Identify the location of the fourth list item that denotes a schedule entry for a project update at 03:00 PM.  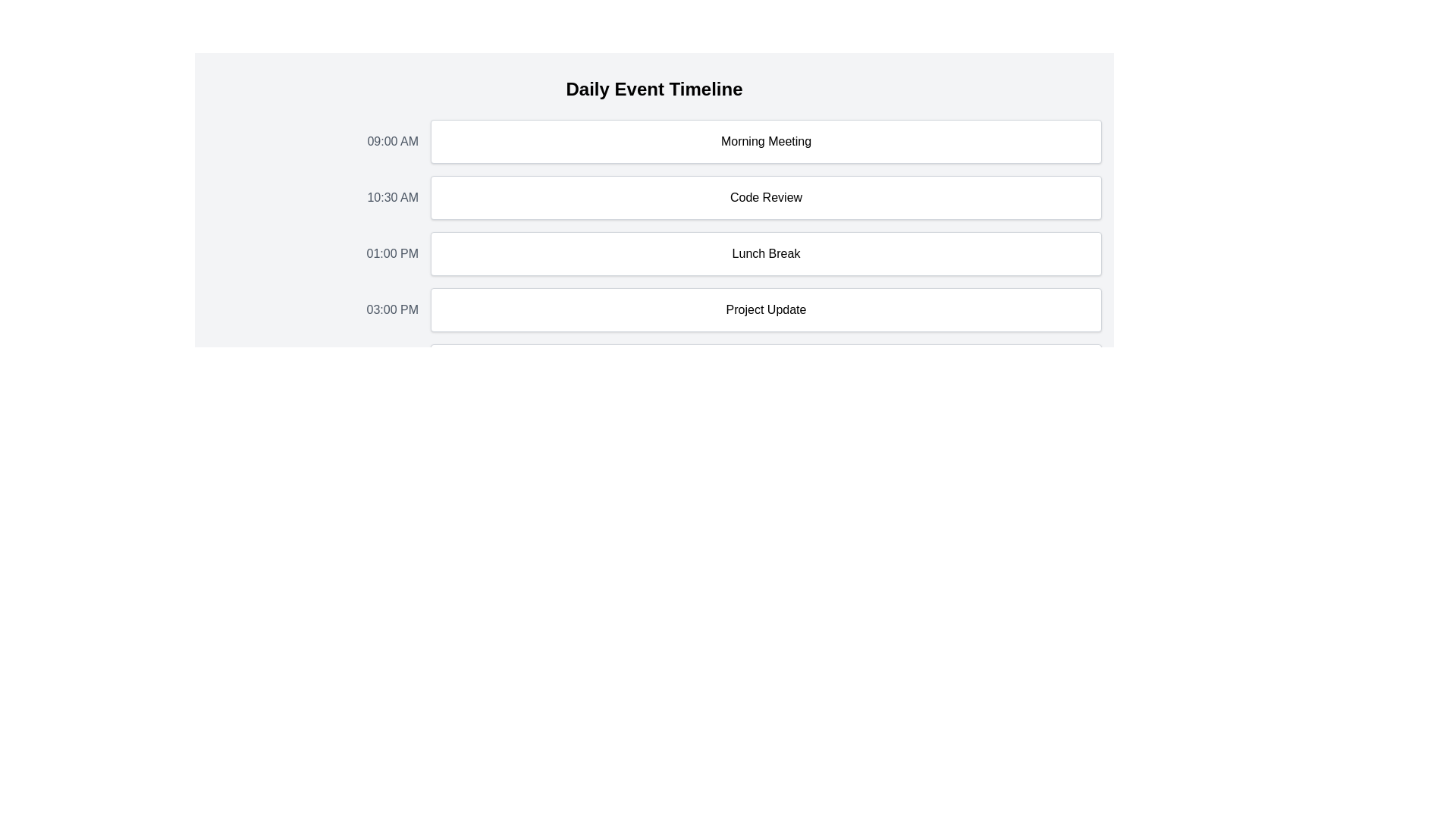
(654, 309).